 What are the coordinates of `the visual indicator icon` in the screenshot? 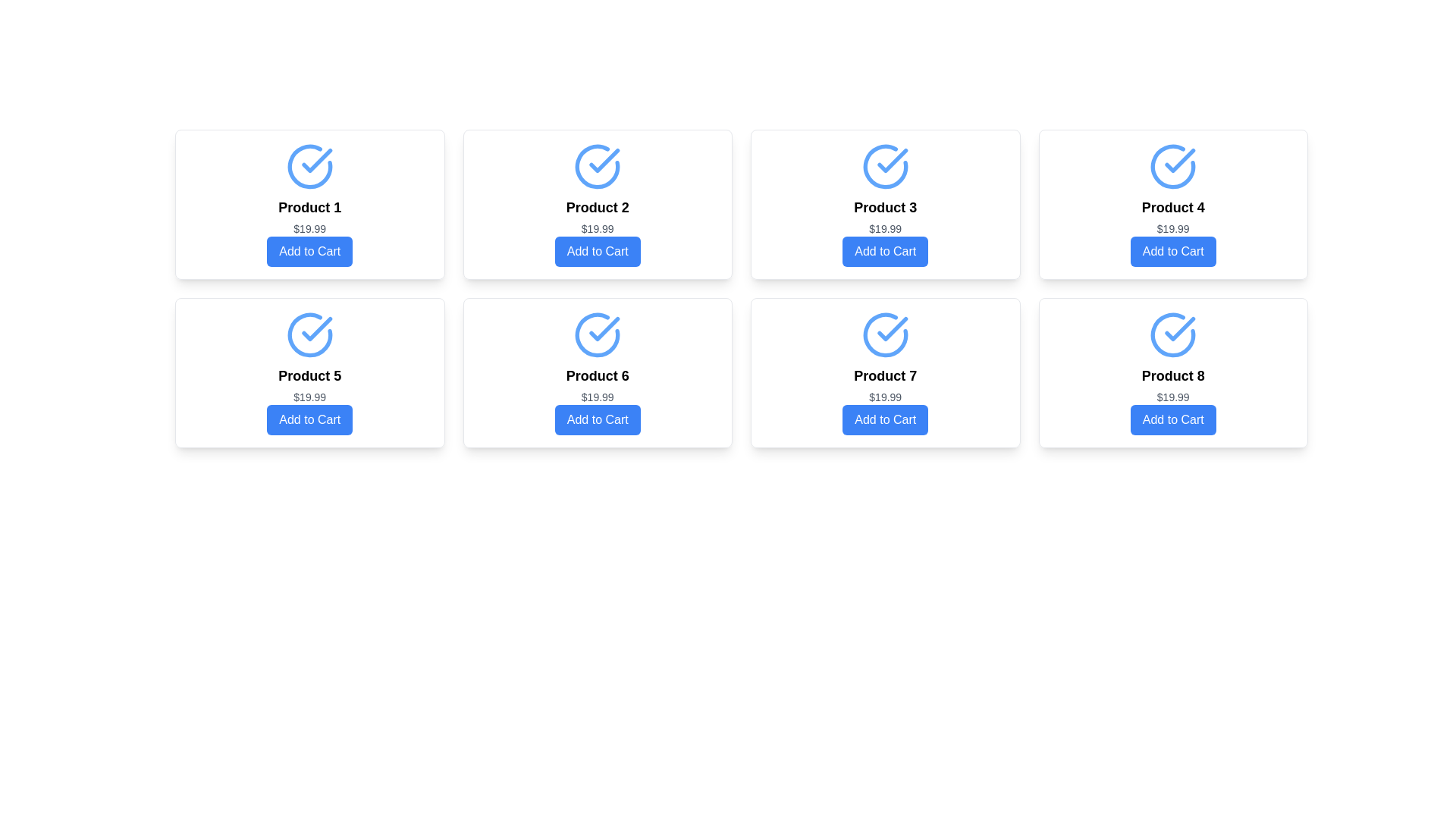 It's located at (885, 166).